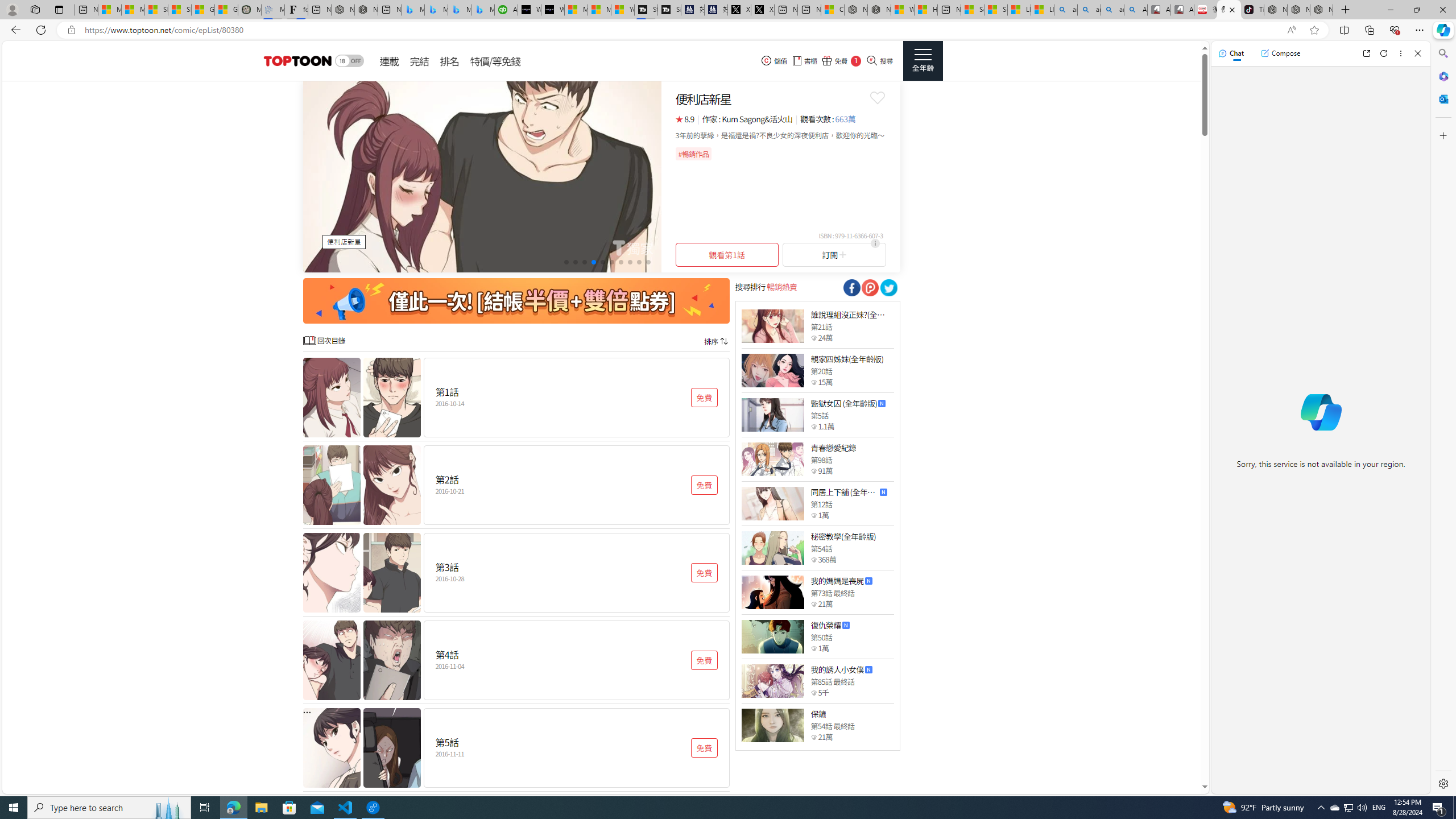 Image resolution: width=1456 pixels, height=819 pixels. I want to click on 'Go to slide 1', so click(565, 261).